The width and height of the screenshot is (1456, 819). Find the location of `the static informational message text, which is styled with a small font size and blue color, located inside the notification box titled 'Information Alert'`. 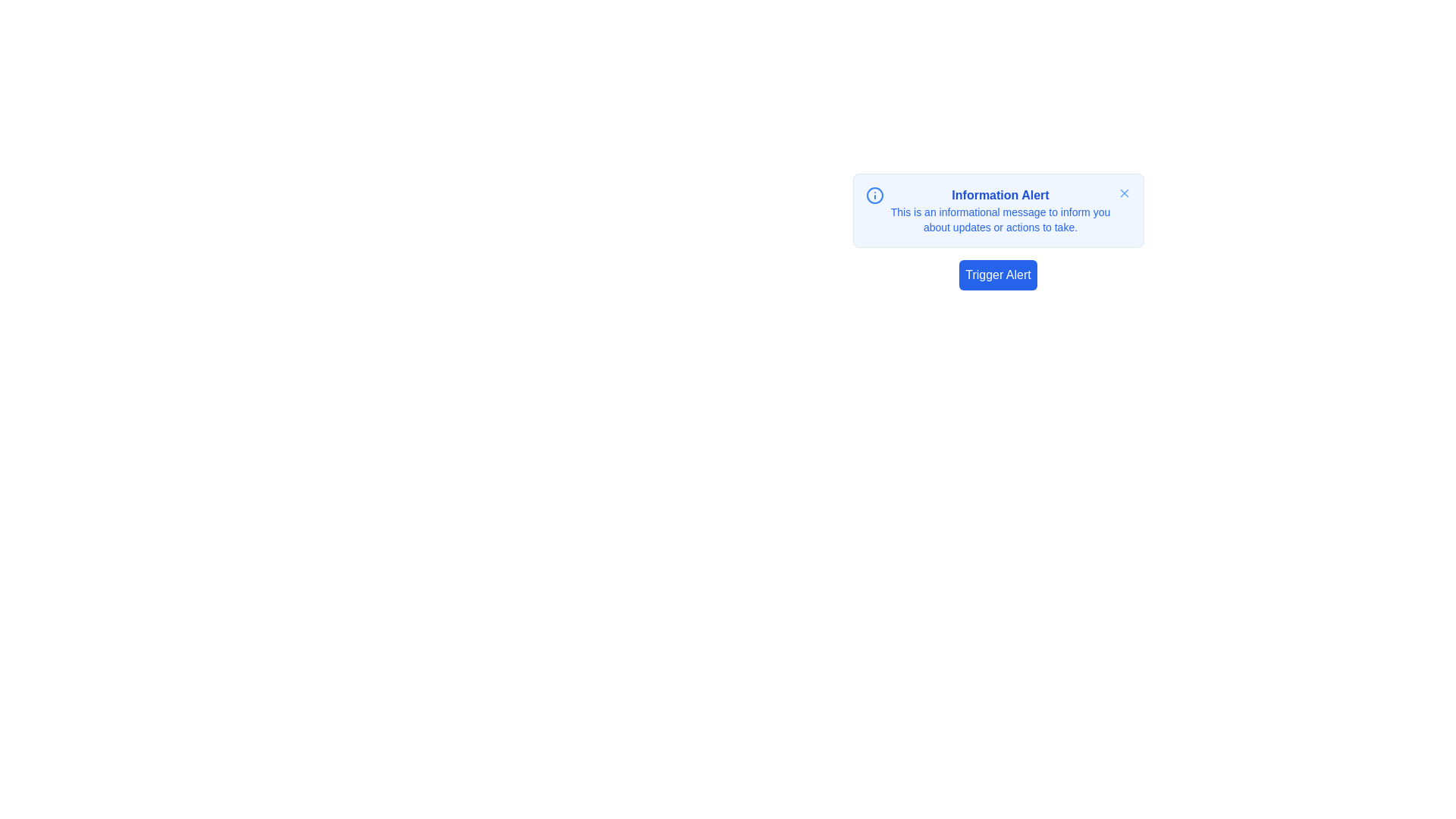

the static informational message text, which is styled with a small font size and blue color, located inside the notification box titled 'Information Alert' is located at coordinates (1000, 219).